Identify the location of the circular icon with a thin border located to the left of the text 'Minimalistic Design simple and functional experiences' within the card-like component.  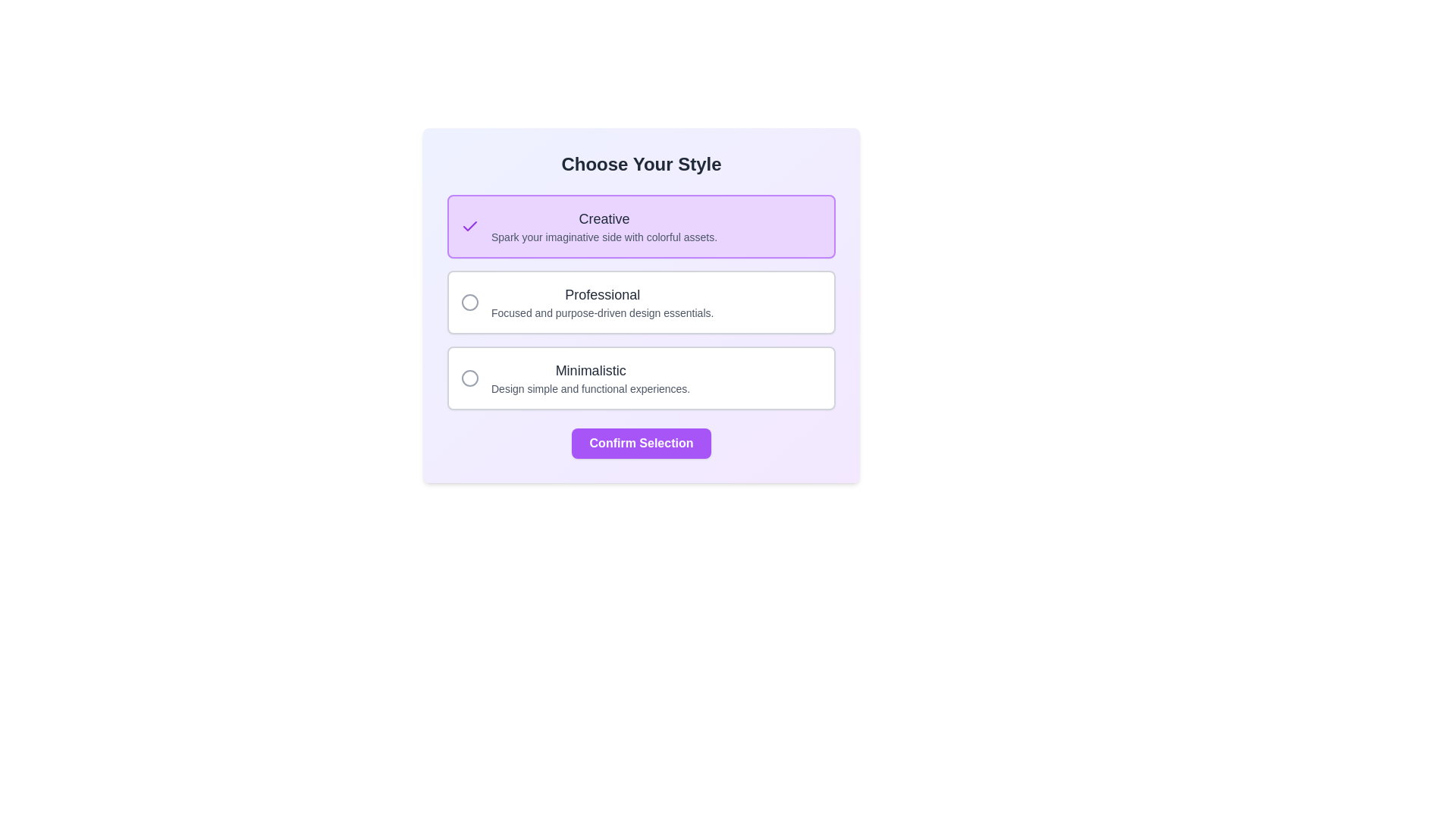
(469, 377).